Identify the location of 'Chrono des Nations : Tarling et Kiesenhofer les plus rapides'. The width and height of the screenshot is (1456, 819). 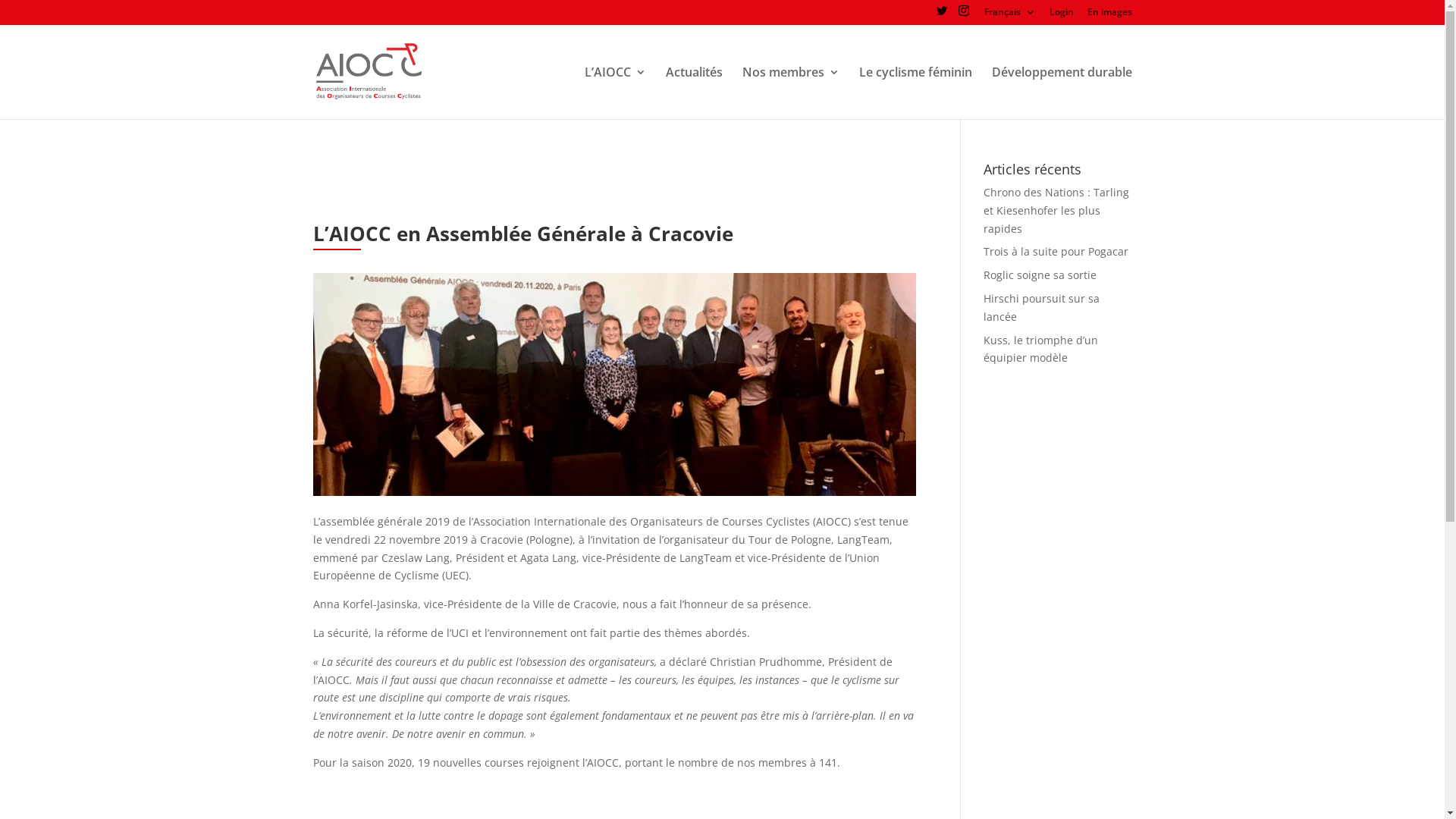
(1055, 210).